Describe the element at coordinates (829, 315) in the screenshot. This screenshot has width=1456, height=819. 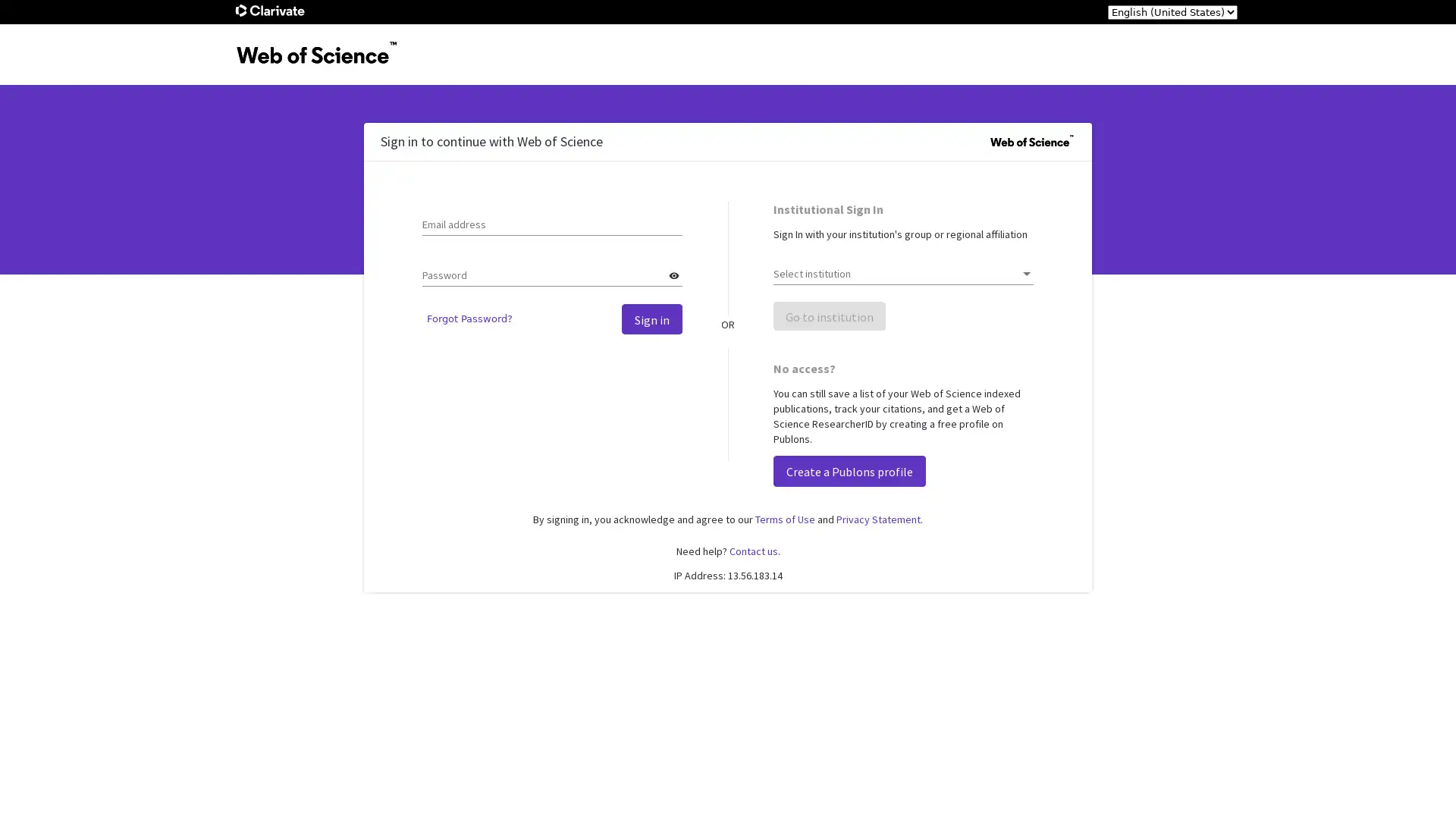
I see `Go to institution` at that location.